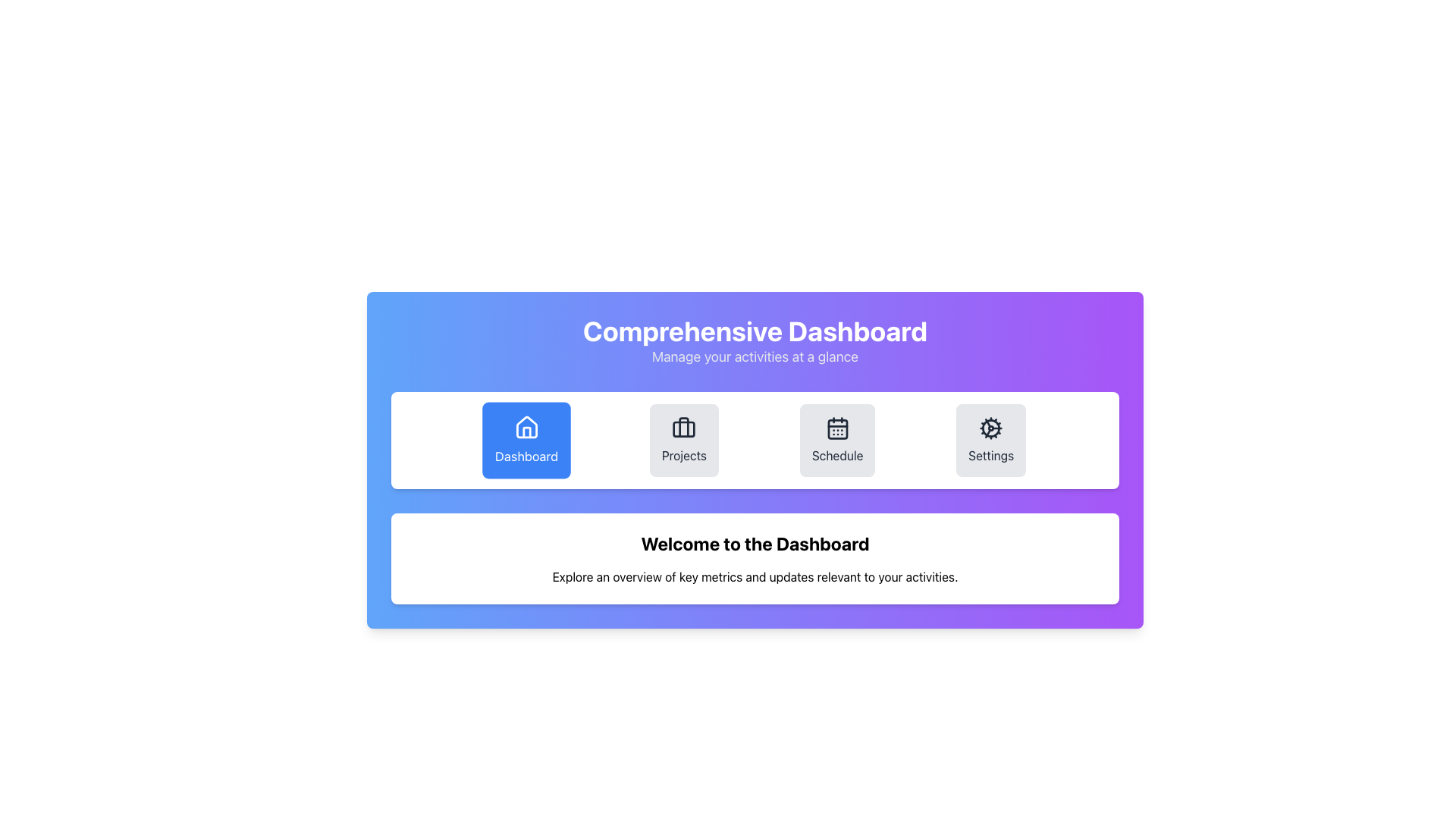  I want to click on the cog-shaped icon within the 'Settings' button located at the top right of the primary navigation section, so click(991, 428).